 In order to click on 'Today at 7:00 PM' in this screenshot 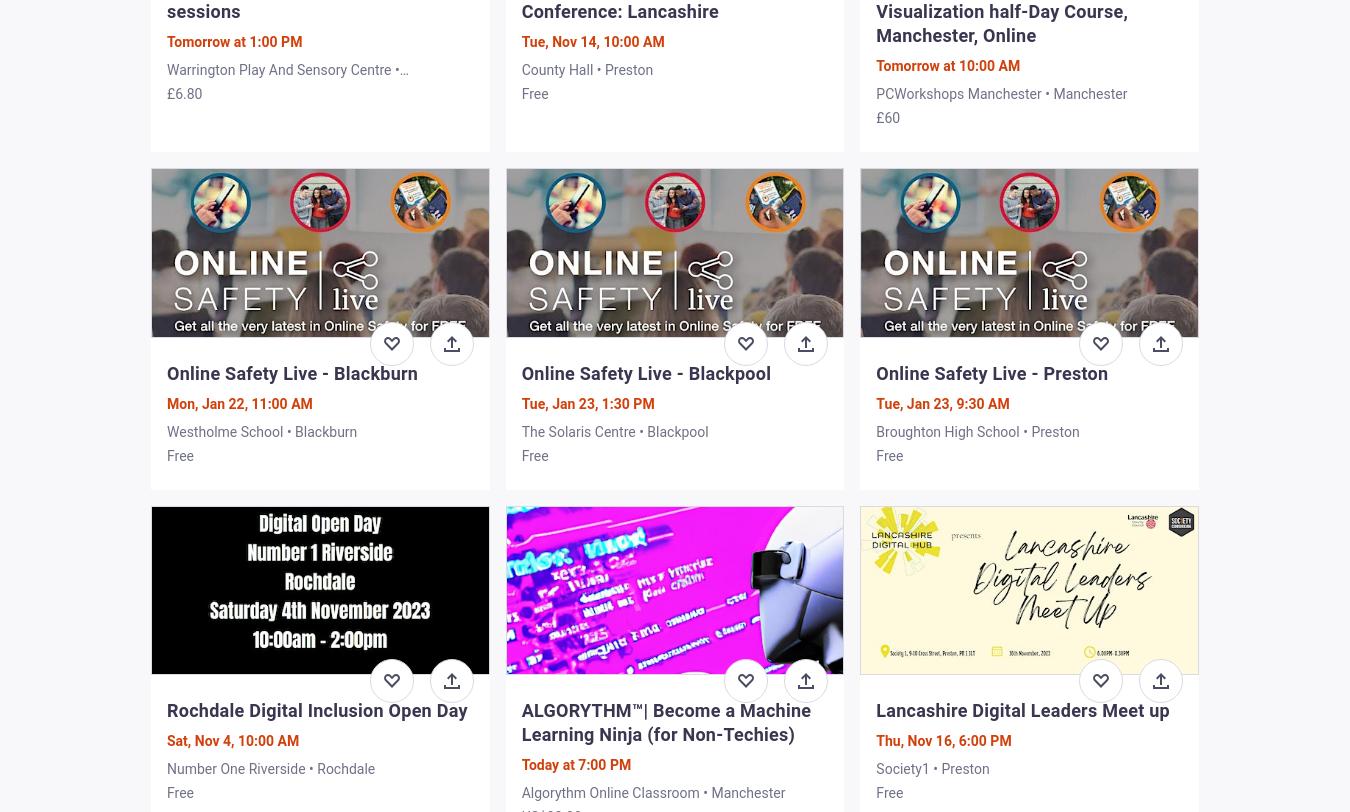, I will do `click(576, 764)`.